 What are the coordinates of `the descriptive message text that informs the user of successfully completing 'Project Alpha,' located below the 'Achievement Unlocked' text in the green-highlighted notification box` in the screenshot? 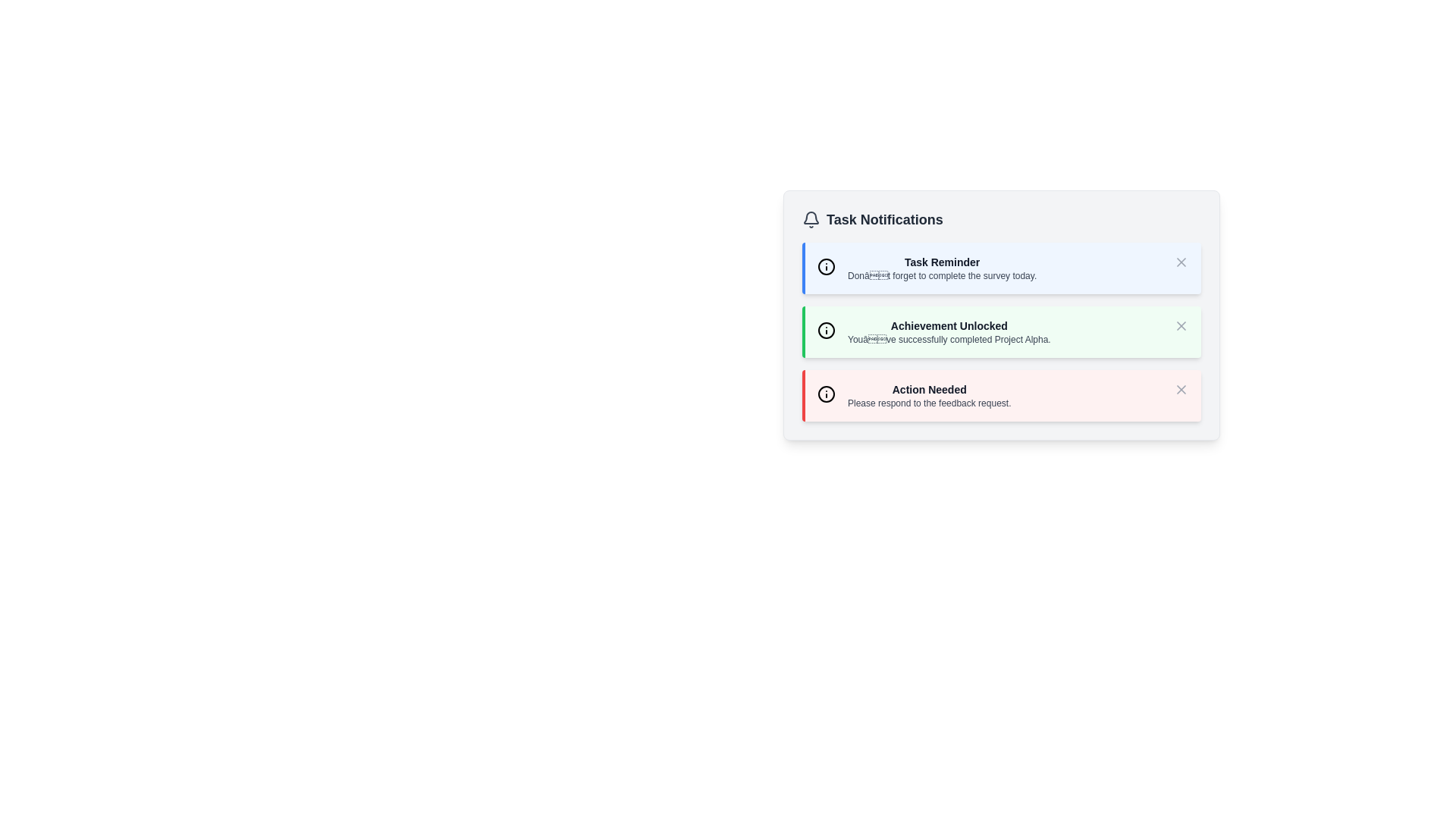 It's located at (948, 338).